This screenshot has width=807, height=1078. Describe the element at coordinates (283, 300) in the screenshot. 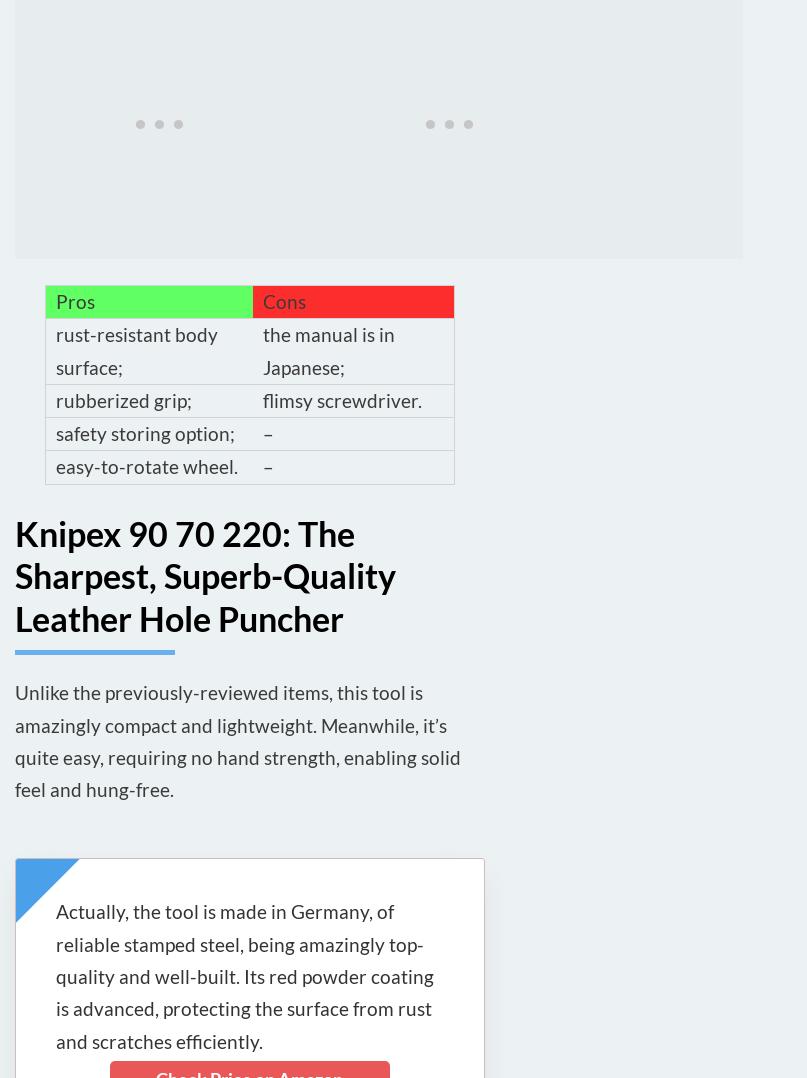

I see `'Cons'` at that location.